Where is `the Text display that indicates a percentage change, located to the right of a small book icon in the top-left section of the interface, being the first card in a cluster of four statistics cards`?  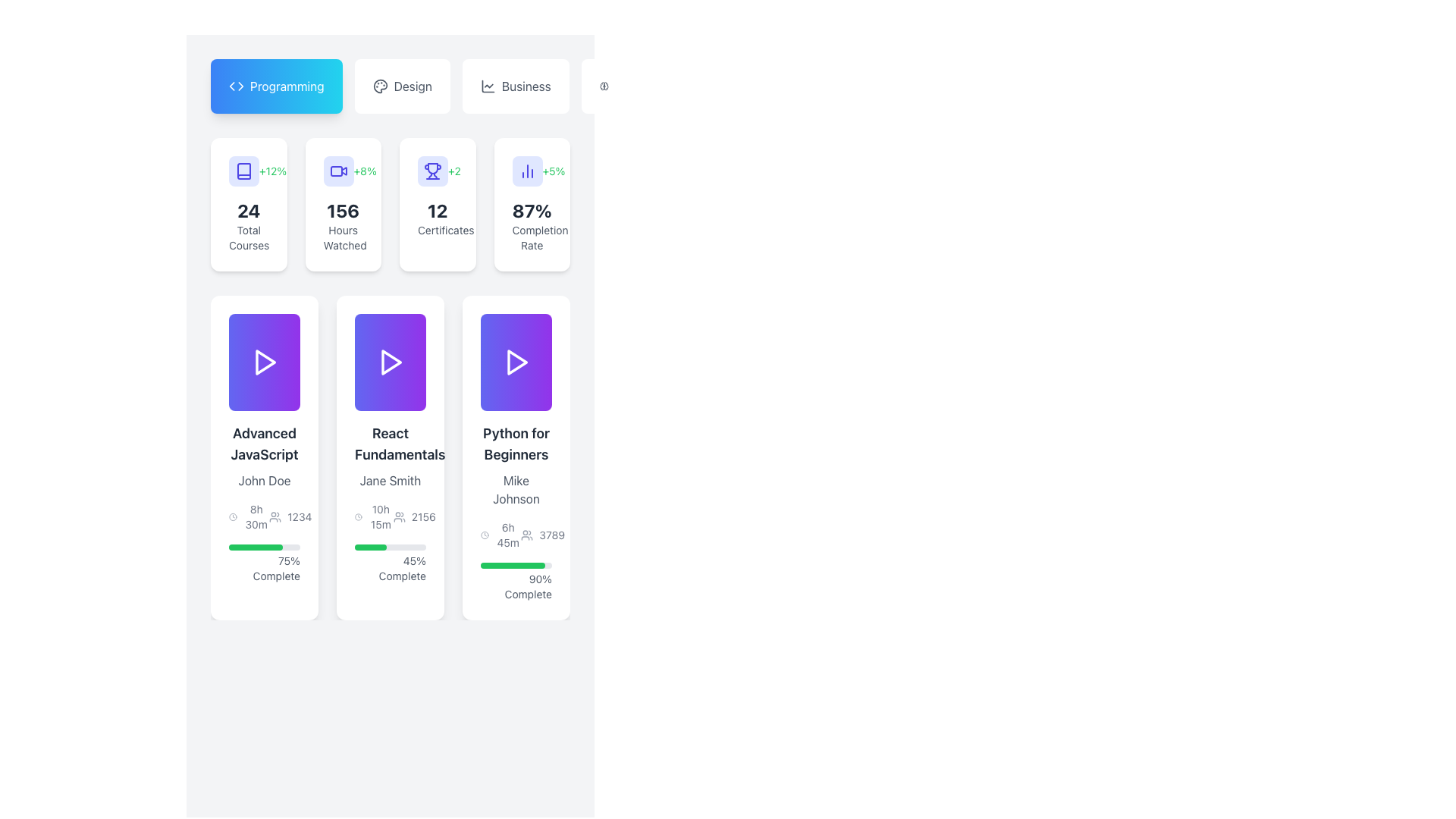
the Text display that indicates a percentage change, located to the right of a small book icon in the top-left section of the interface, being the first card in a cluster of four statistics cards is located at coordinates (273, 171).